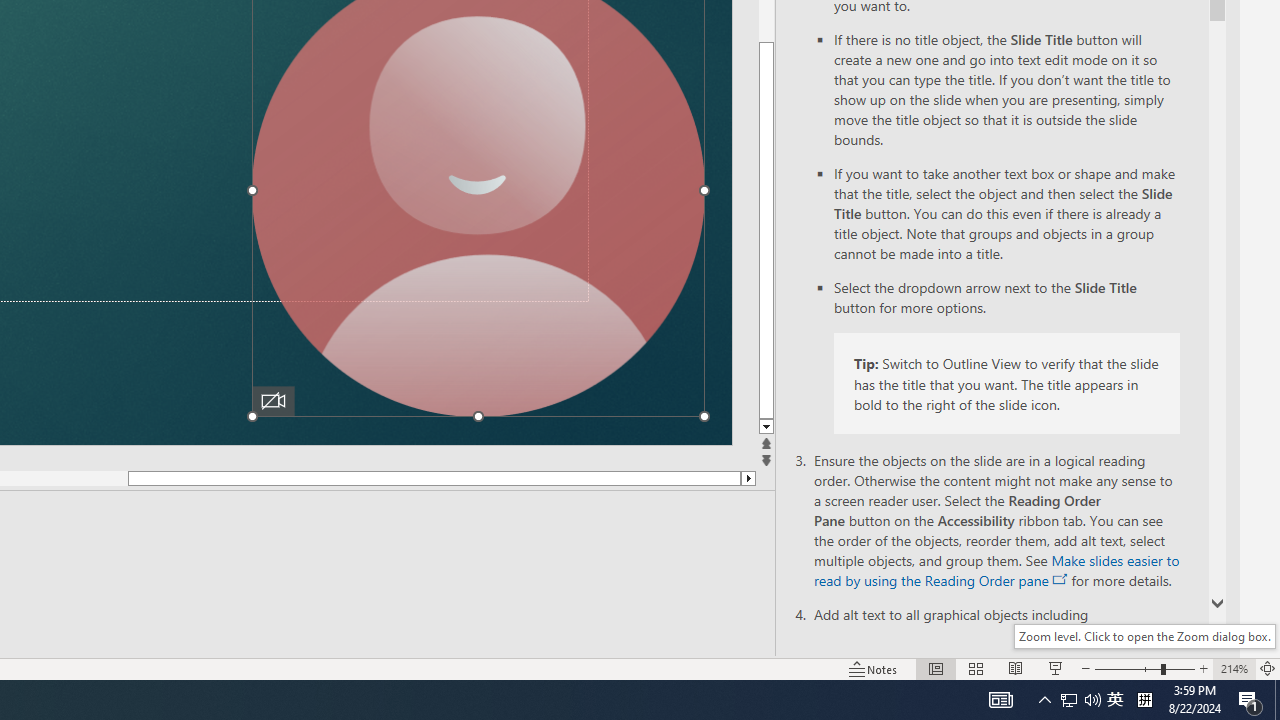 The image size is (1280, 720). Describe the element at coordinates (1233, 669) in the screenshot. I see `'Zoom 214%'` at that location.